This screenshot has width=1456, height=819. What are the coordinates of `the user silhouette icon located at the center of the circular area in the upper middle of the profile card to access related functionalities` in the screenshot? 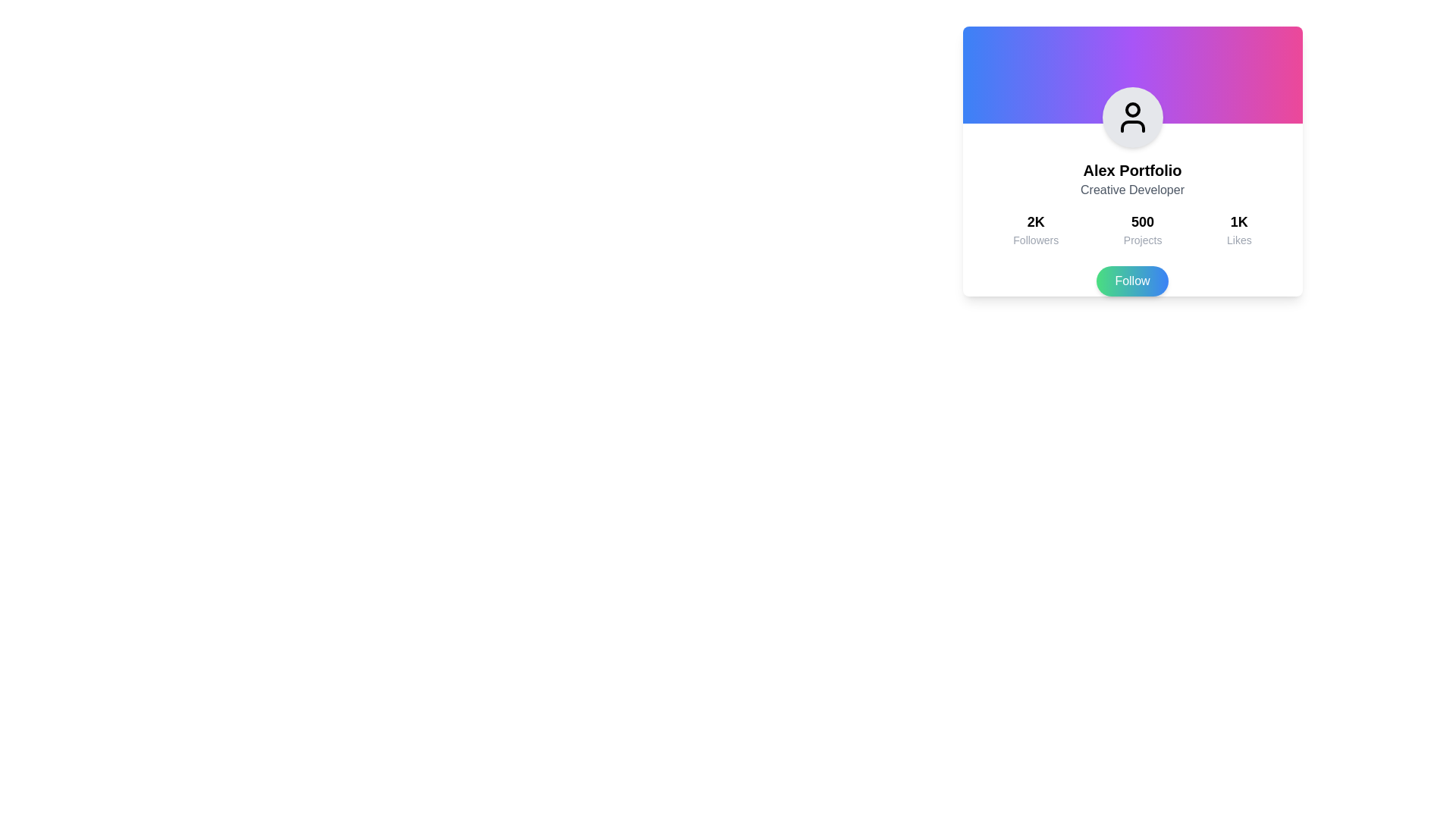 It's located at (1132, 116).